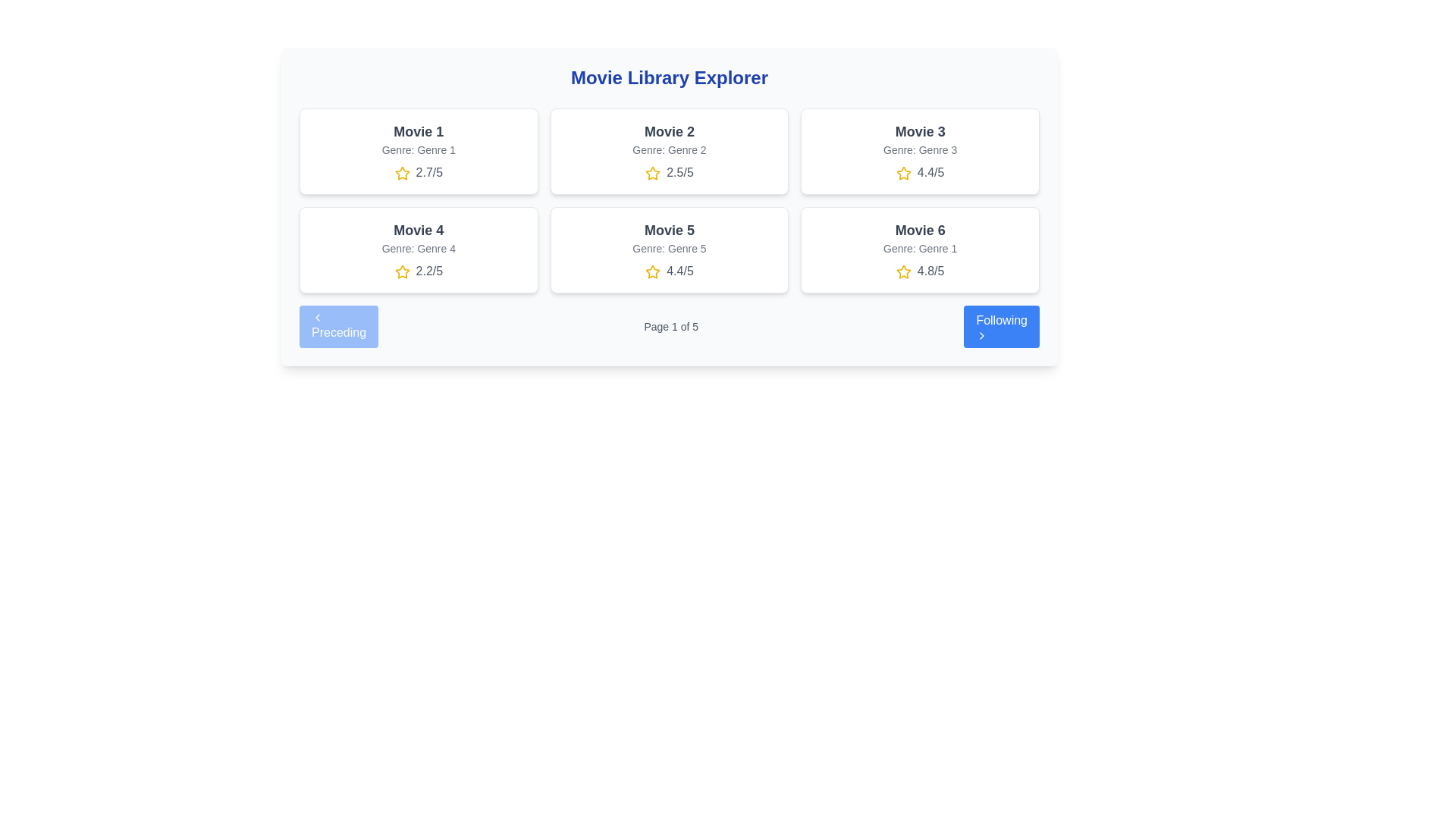 This screenshot has width=1456, height=819. Describe the element at coordinates (919, 247) in the screenshot. I see `textual information displayed in the text label showing 'Genre: Genre 1' located under the title 'Movie 6' in the card layout for 'Movie 6'` at that location.